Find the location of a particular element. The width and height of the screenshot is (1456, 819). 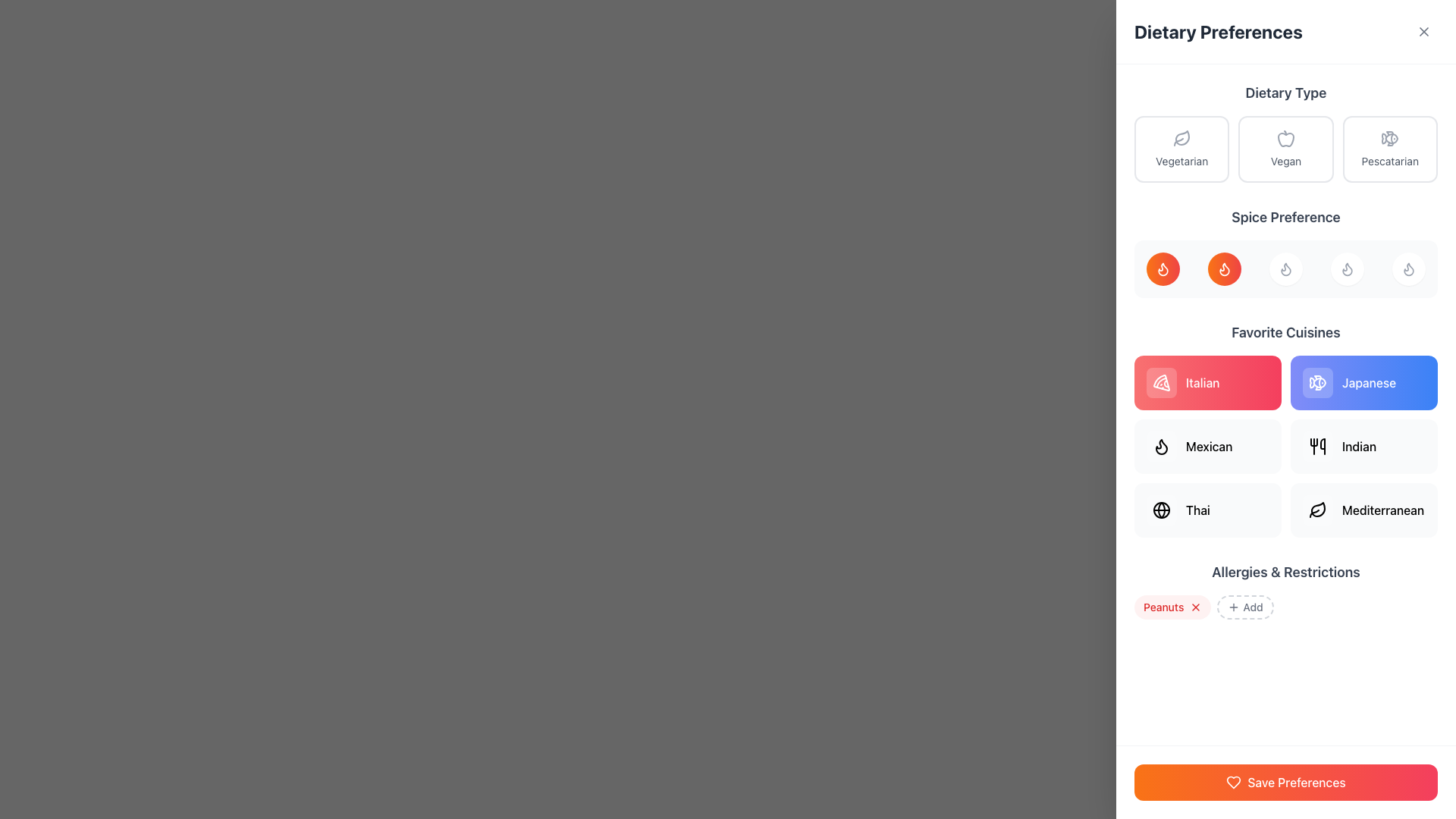

the circular close button with an 'X' icon located at the top-right corner of the 'Dietary Preferences' section is located at coordinates (1423, 32).